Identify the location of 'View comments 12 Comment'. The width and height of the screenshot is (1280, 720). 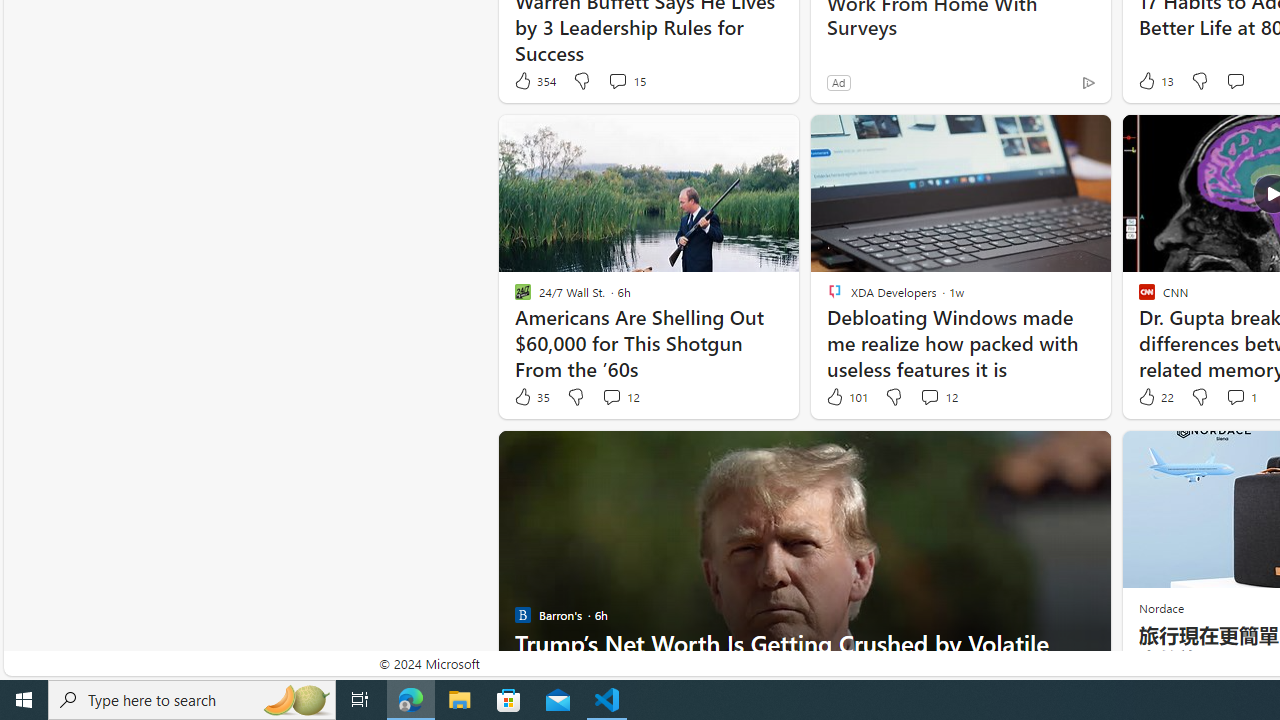
(937, 397).